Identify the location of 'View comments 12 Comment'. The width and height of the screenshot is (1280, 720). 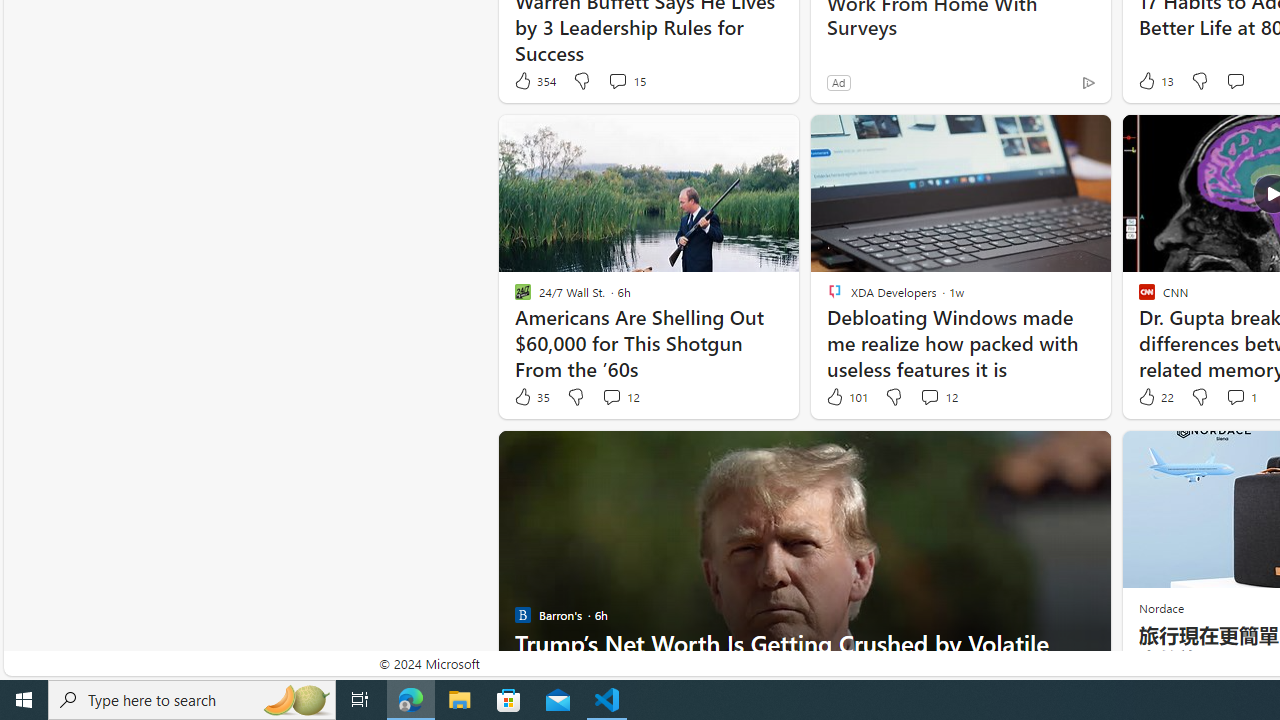
(937, 397).